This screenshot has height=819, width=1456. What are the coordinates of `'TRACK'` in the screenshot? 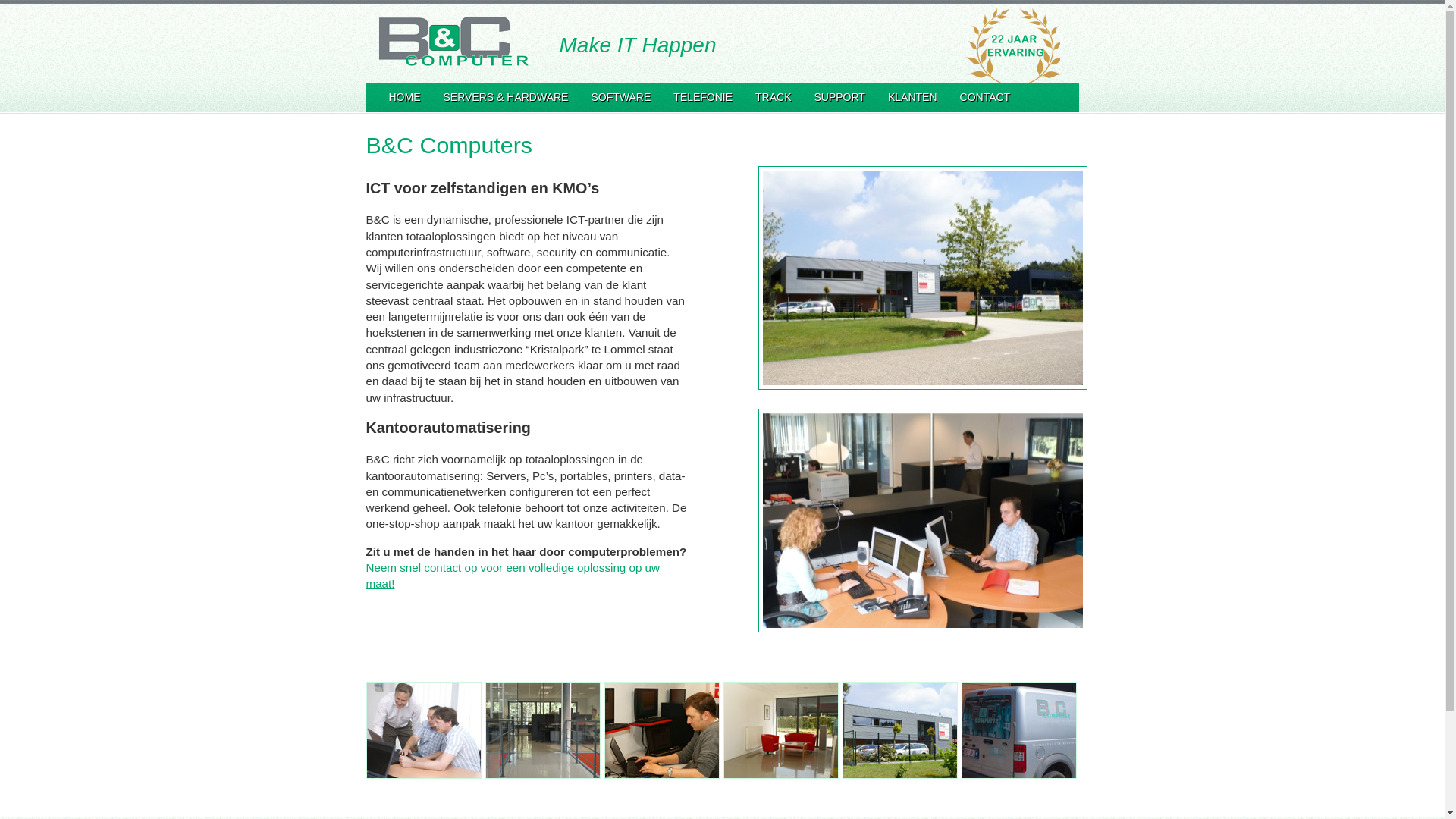 It's located at (773, 97).